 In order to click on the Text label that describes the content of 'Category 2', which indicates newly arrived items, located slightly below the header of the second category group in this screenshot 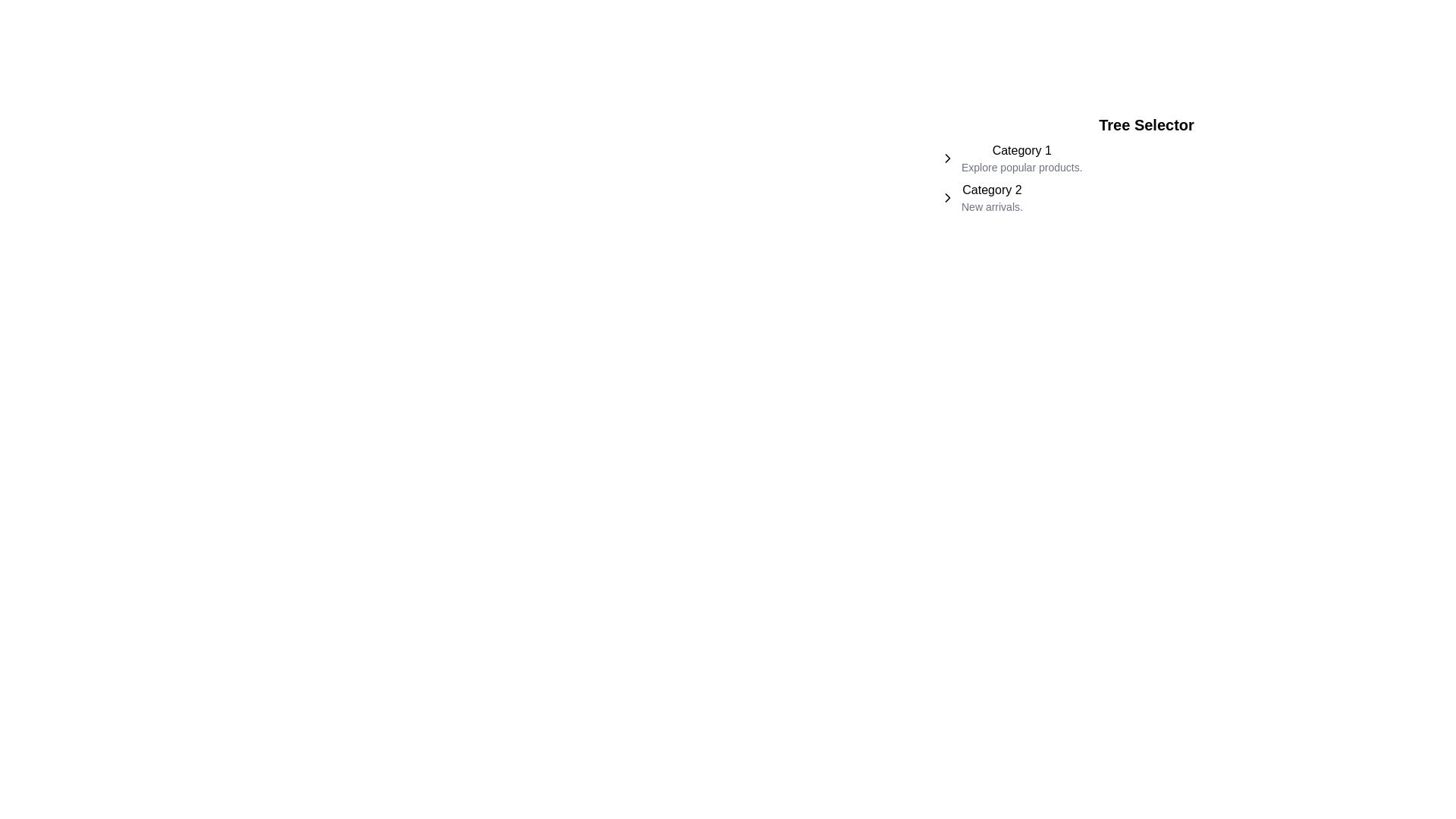, I will do `click(992, 207)`.